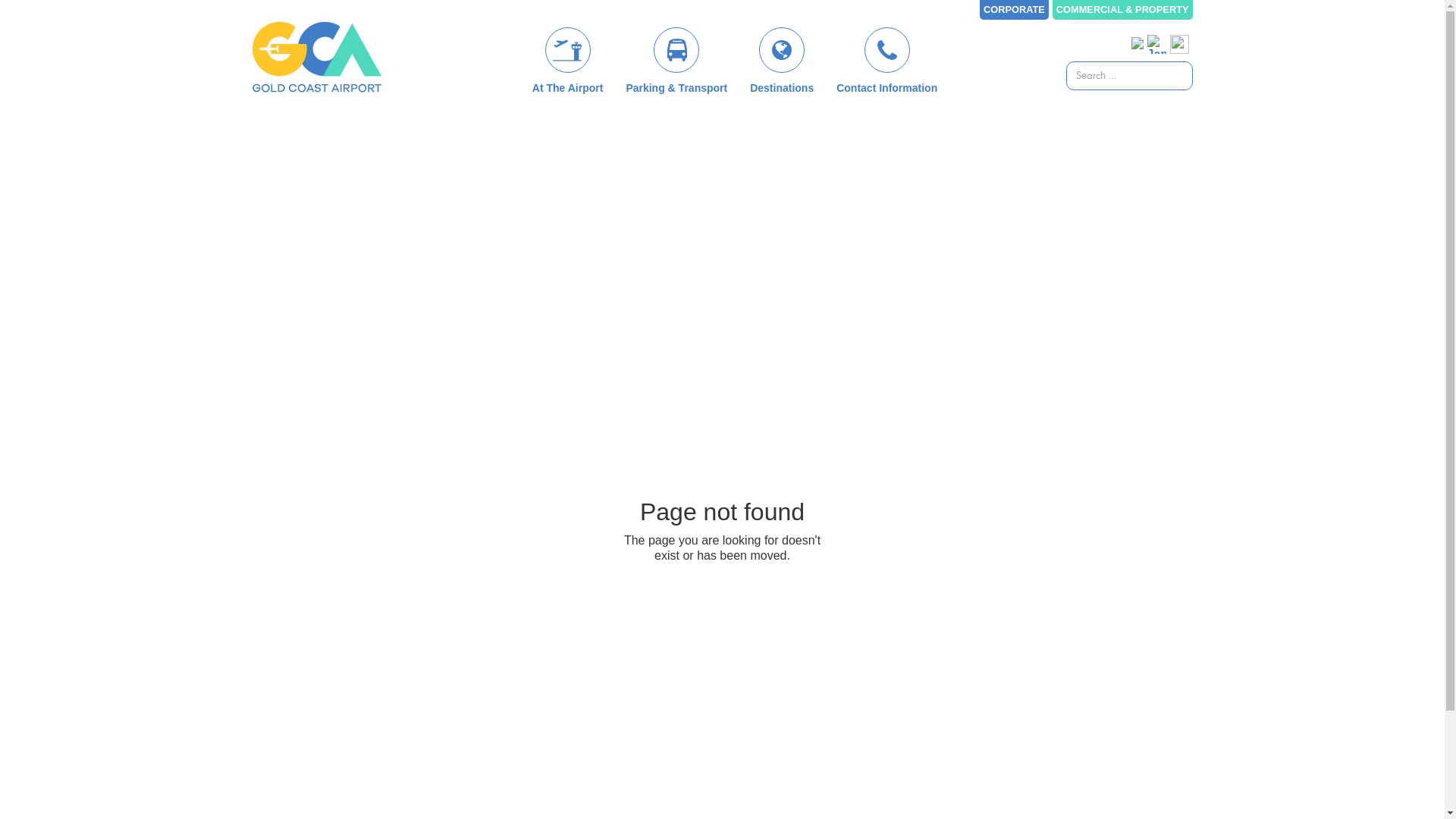 This screenshot has height=819, width=1456. Describe the element at coordinates (1122, 9) in the screenshot. I see `'COMMERCIAL & PROPERTY'` at that location.